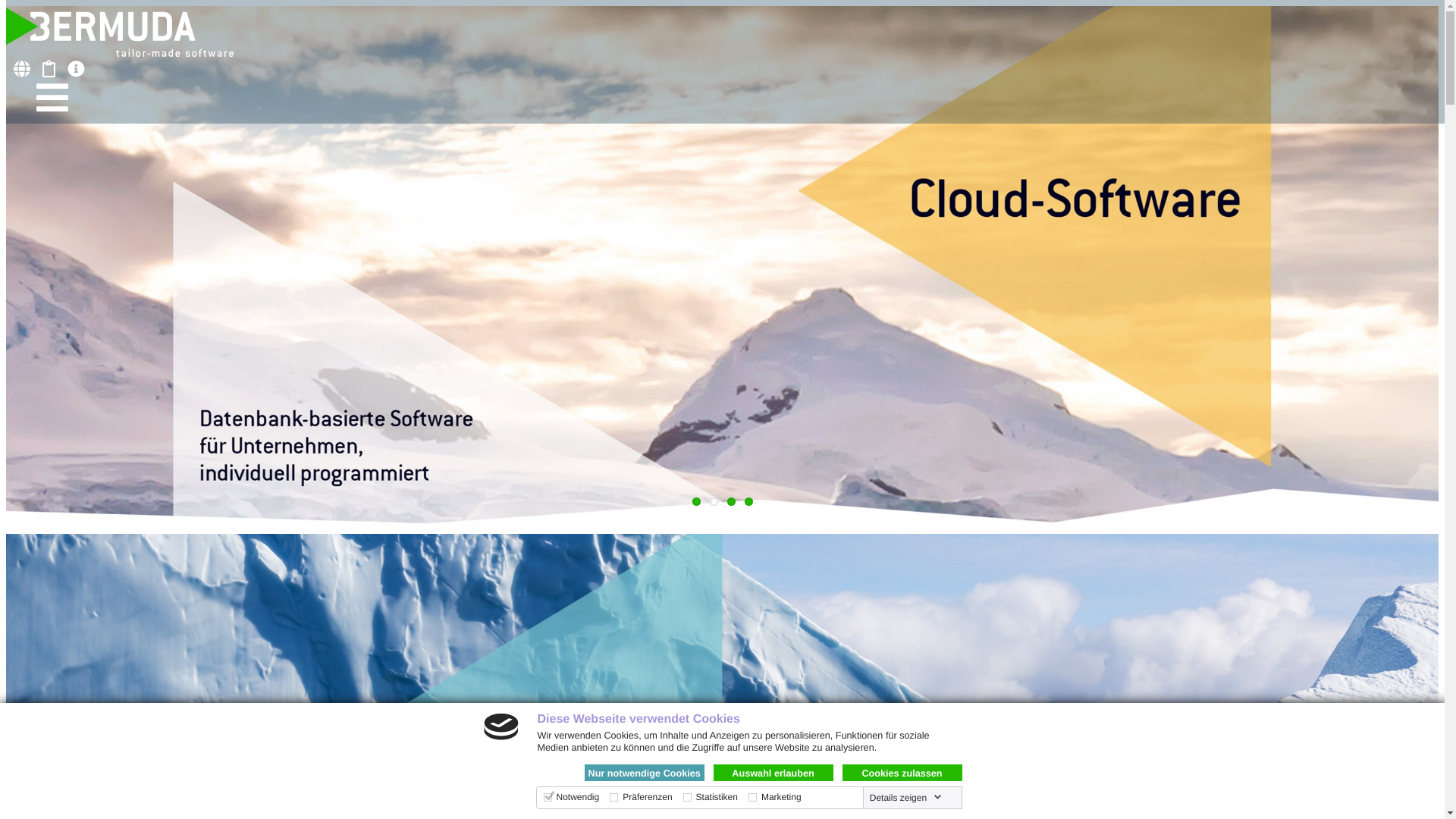 The image size is (1456, 819). Describe the element at coordinates (905, 797) in the screenshot. I see `'Details zeigen'` at that location.